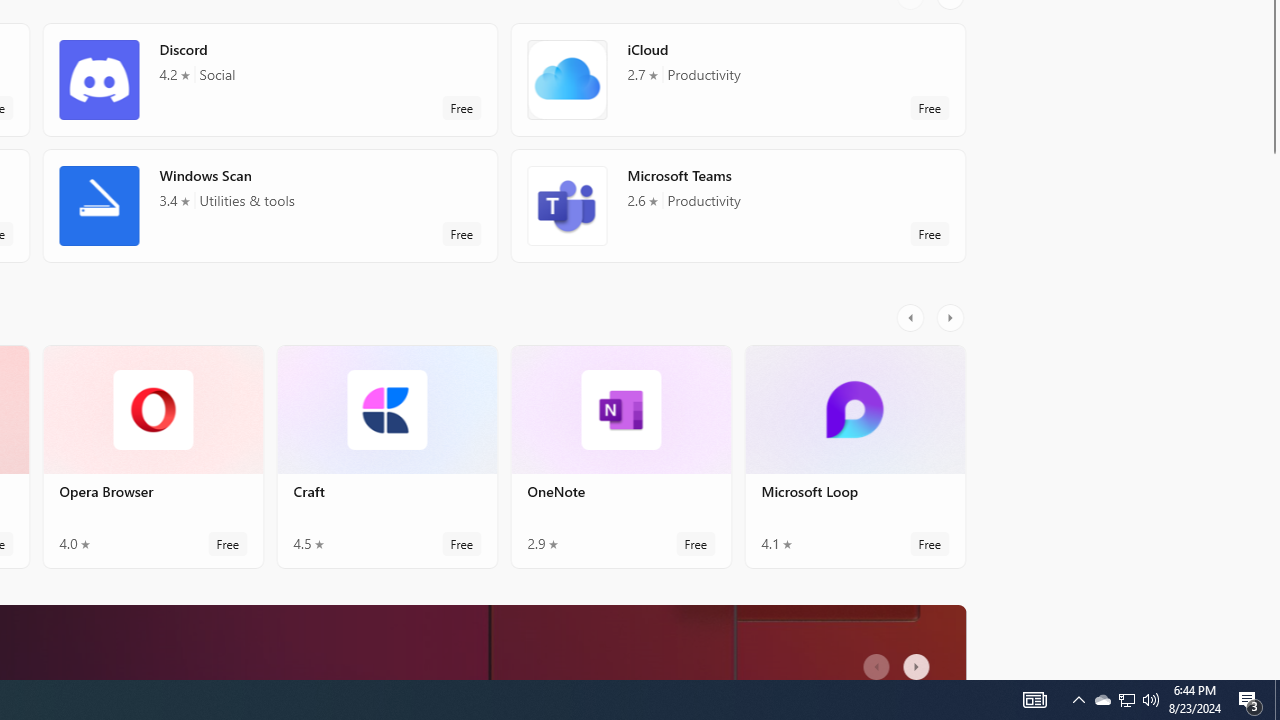 This screenshot has width=1280, height=720. I want to click on 'Discord. Average rating of 4.2 out of five stars. Free  ', so click(269, 78).